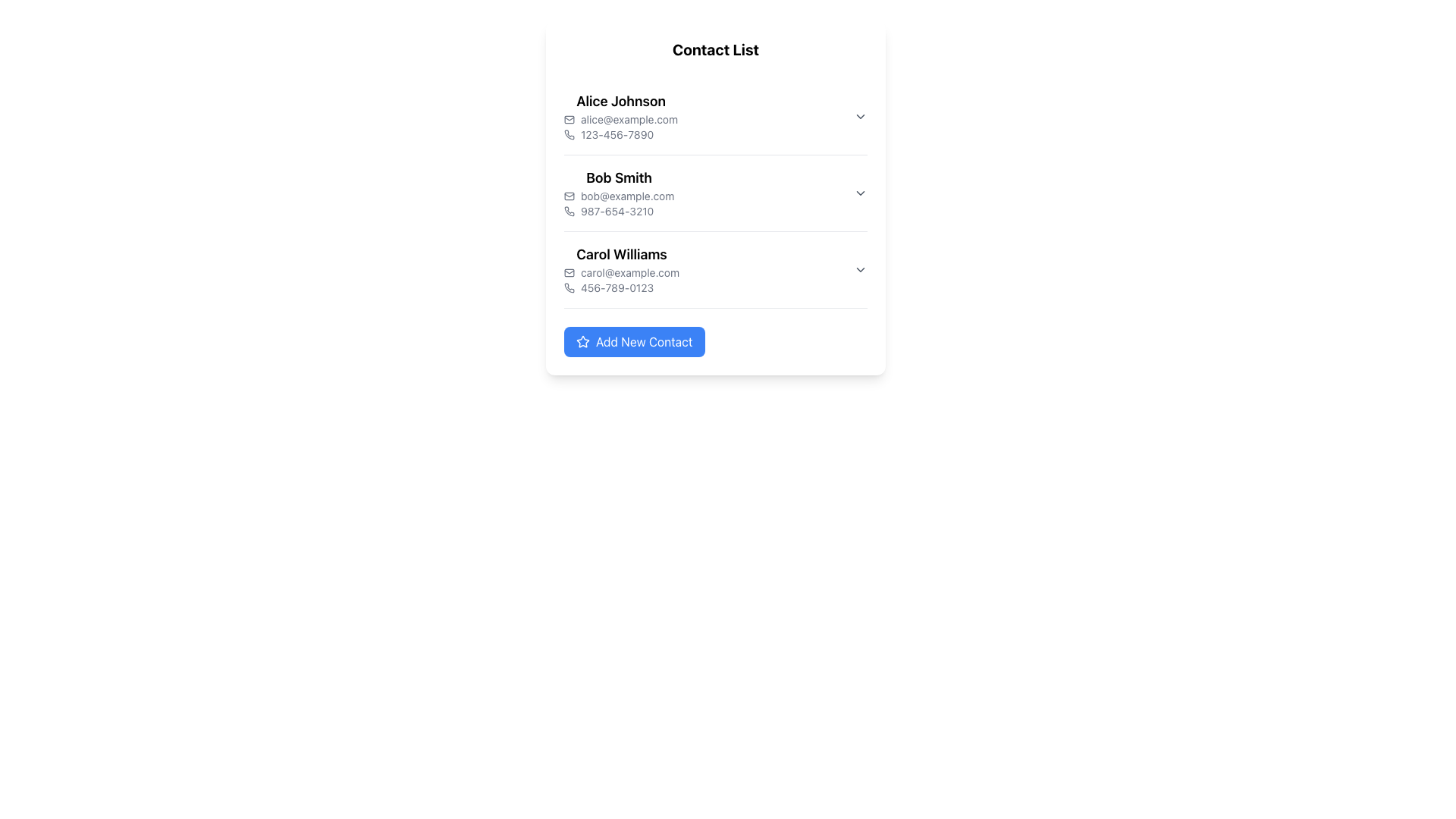 Image resolution: width=1456 pixels, height=819 pixels. I want to click on the SVG Icon element depicting an envelope, which is located at the beginning of the row associated with 'Bob Smith', so click(568, 195).